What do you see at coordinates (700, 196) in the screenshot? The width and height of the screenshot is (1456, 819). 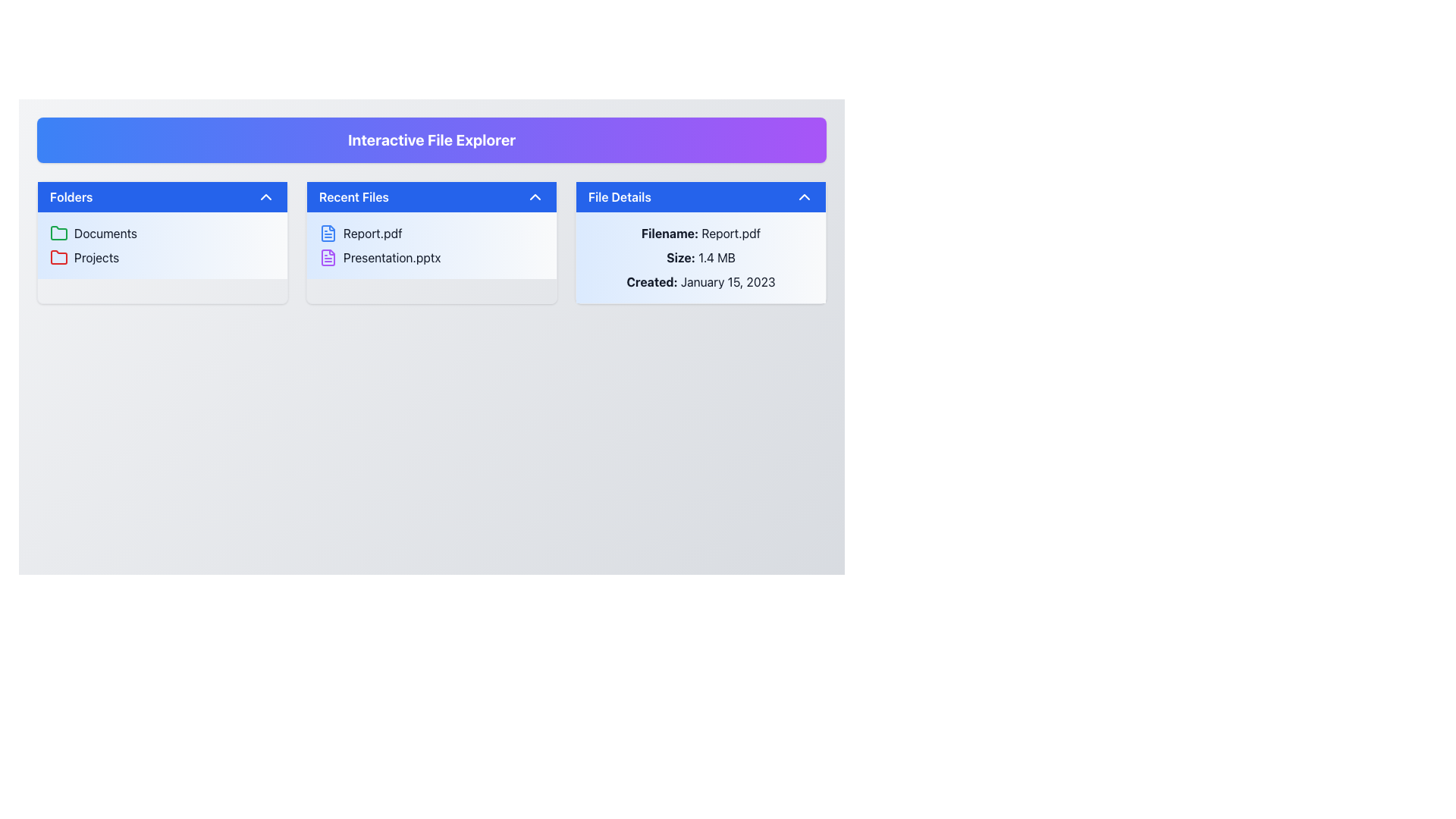 I see `the collapsible button at the top of the 'File Details' card` at bounding box center [700, 196].